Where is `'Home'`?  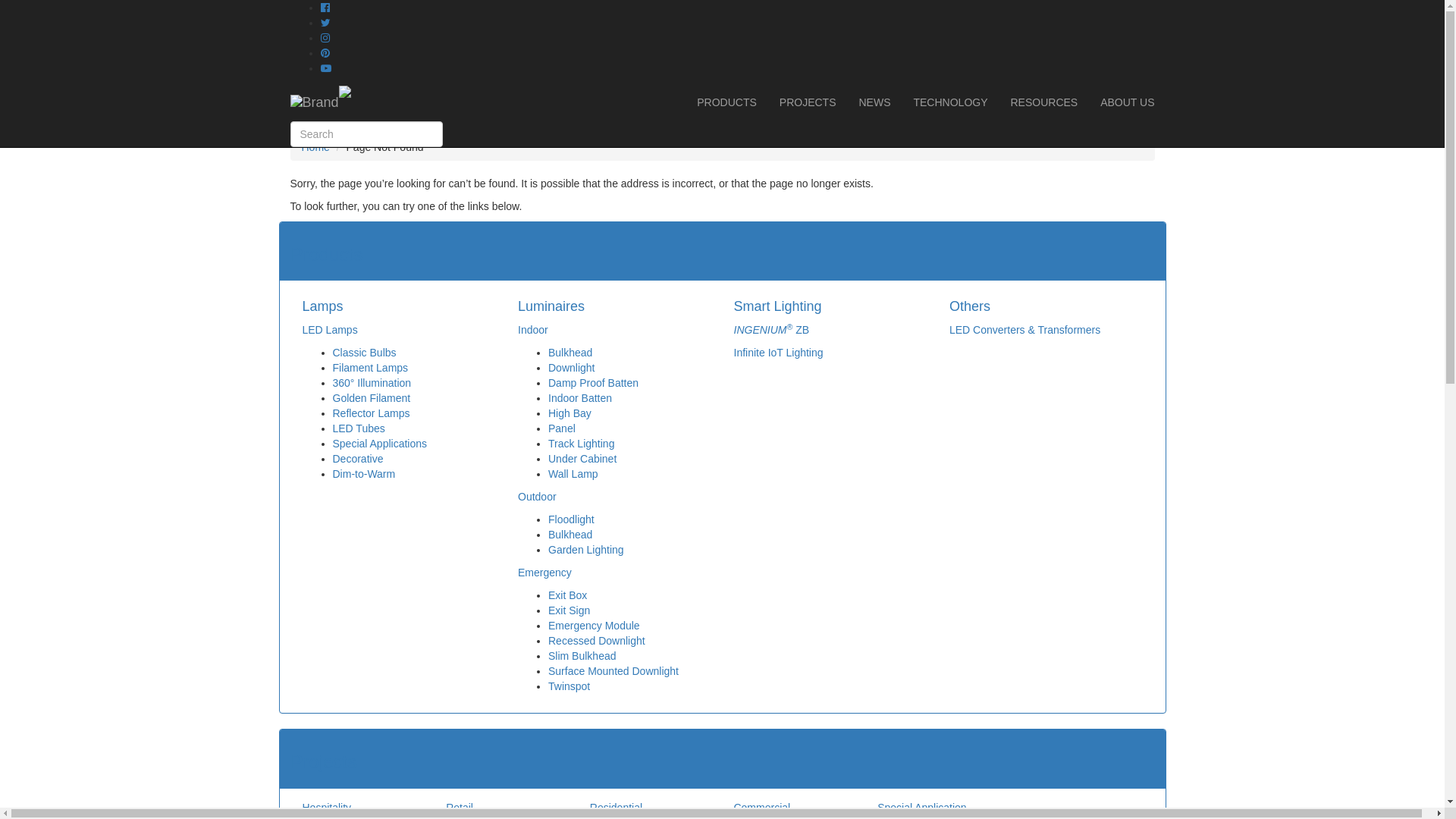 'Home' is located at coordinates (302, 146).